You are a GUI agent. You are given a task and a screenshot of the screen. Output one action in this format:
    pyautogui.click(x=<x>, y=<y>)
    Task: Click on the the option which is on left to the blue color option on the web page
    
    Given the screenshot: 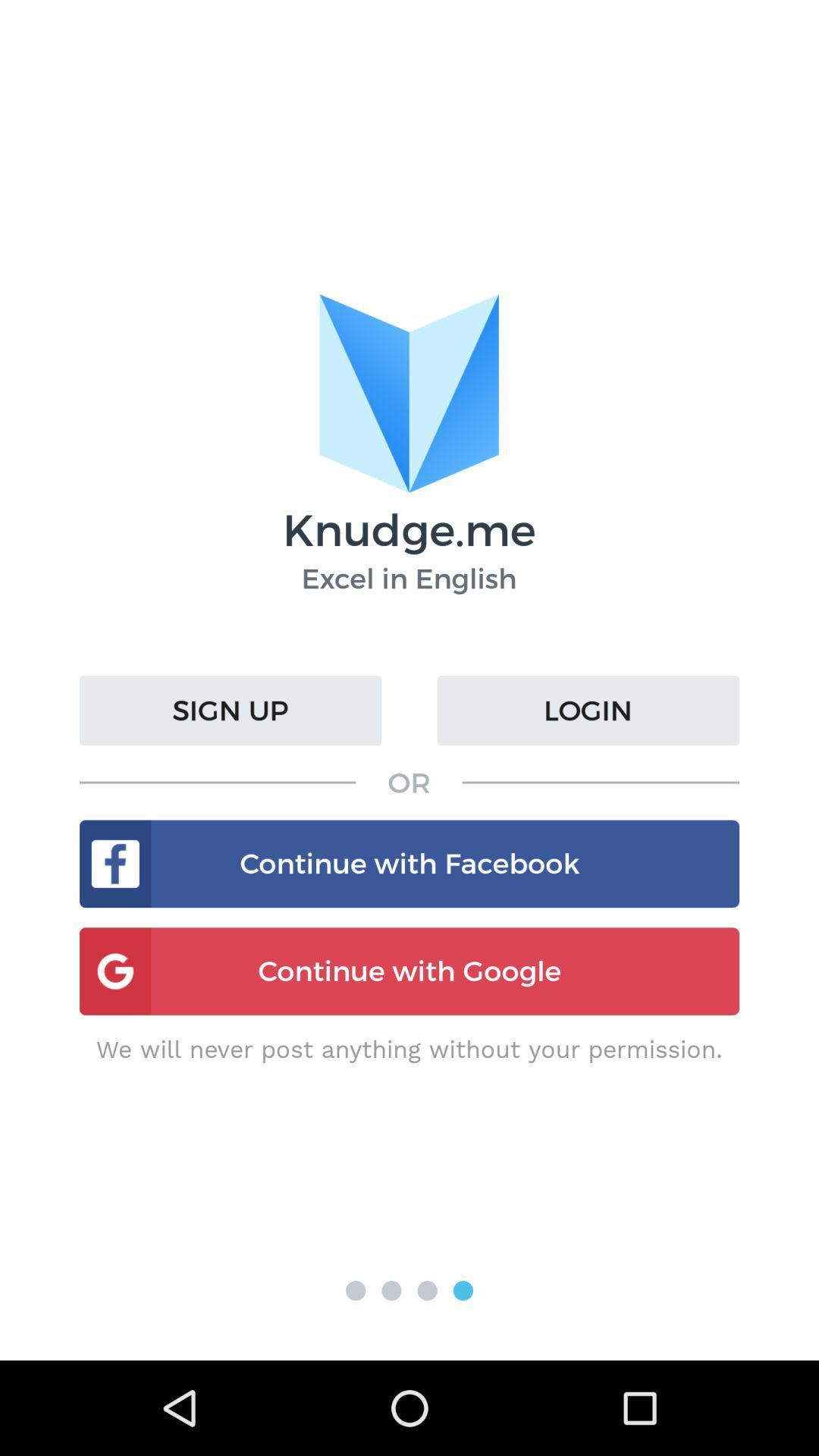 What is the action you would take?
    pyautogui.click(x=427, y=1290)
    